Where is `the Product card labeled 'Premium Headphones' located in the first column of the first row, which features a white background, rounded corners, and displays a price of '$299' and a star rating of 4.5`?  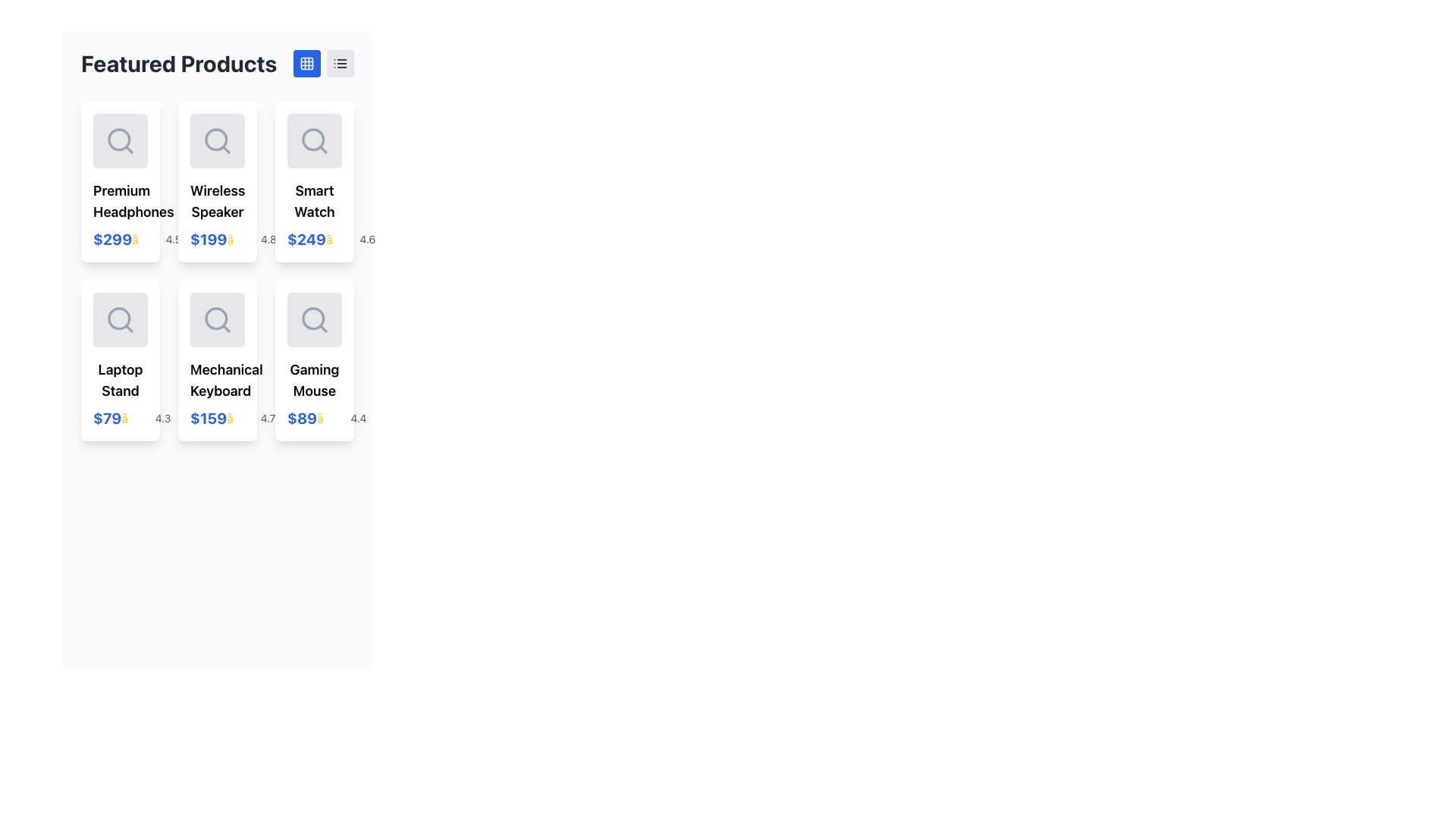 the Product card labeled 'Premium Headphones' located in the first column of the first row, which features a white background, rounded corners, and displays a price of '$299' and a star rating of 4.5 is located at coordinates (119, 180).